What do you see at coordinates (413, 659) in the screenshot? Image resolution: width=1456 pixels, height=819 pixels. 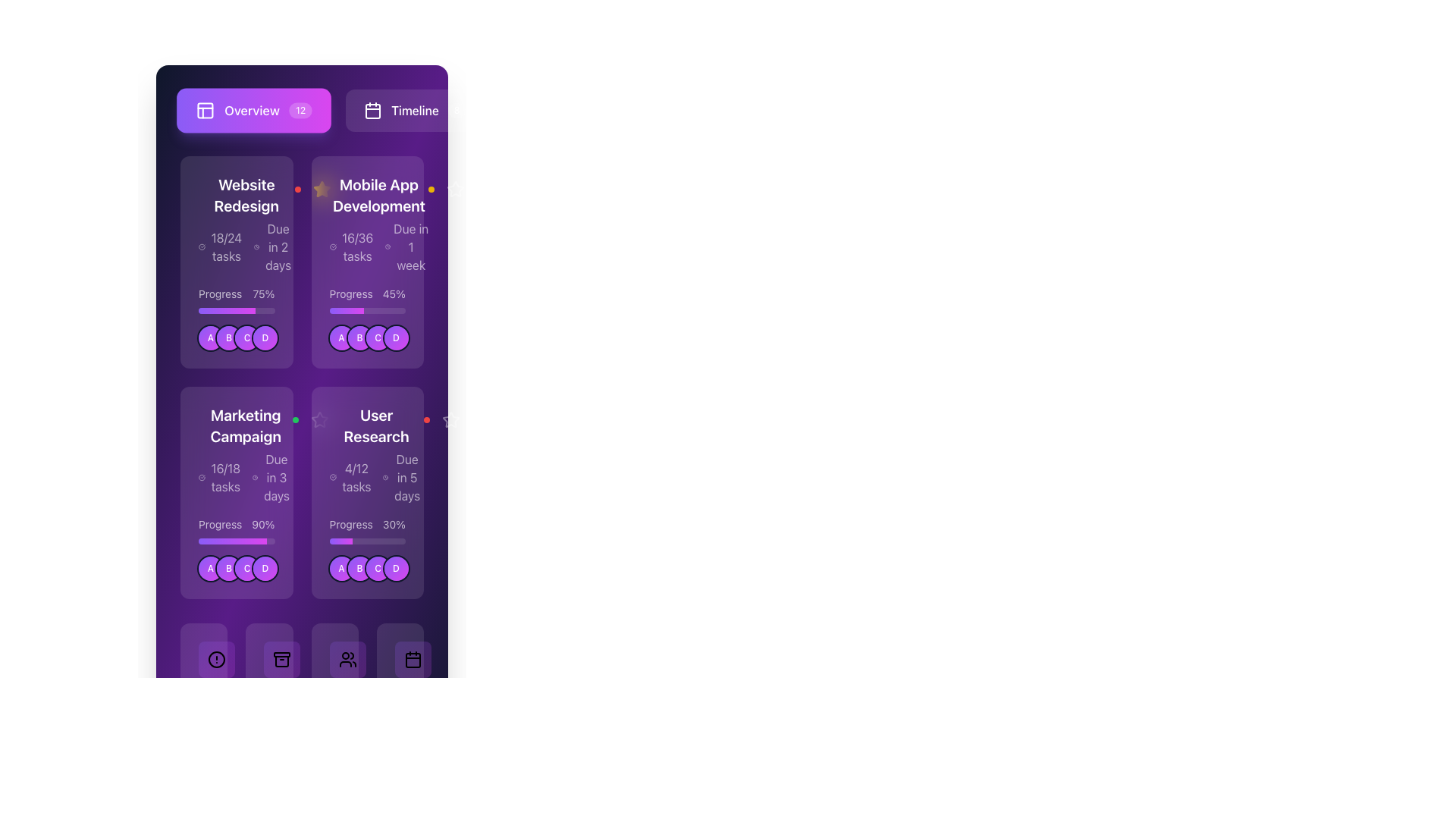 I see `the calendar icon button located at the bottom right corner of the interface` at bounding box center [413, 659].